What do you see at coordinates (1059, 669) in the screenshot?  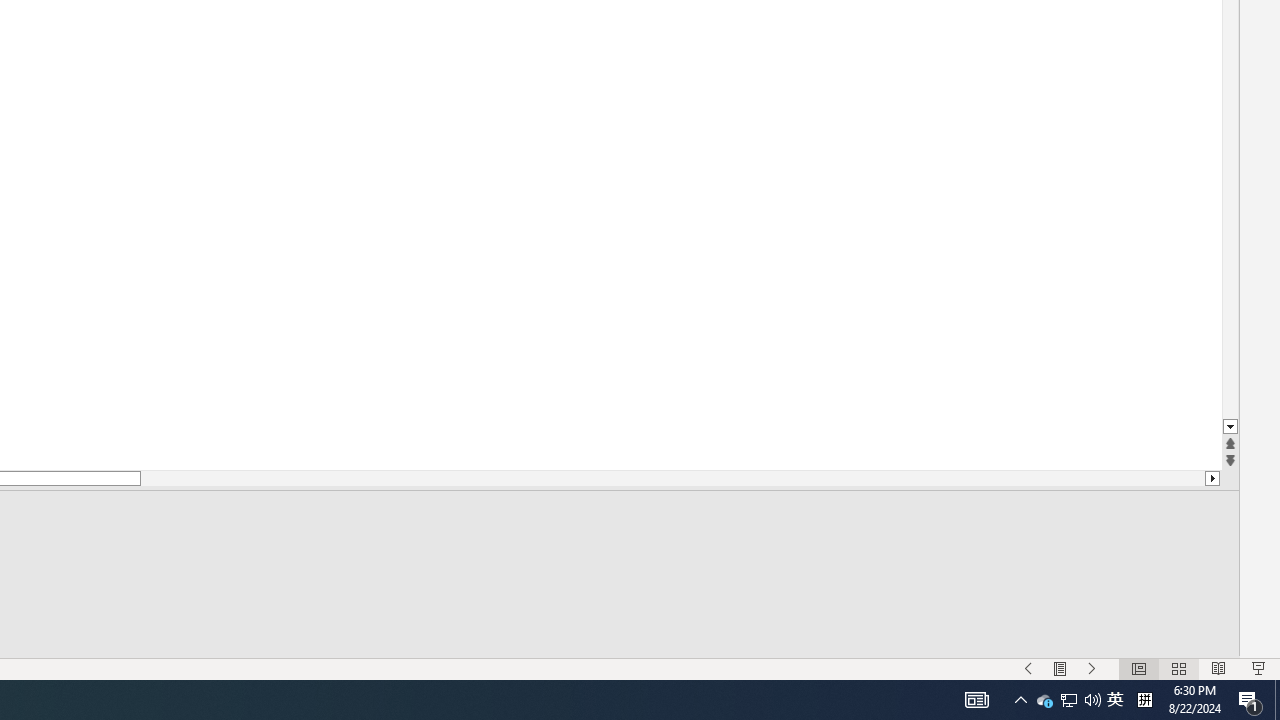 I see `'Menu On'` at bounding box center [1059, 669].